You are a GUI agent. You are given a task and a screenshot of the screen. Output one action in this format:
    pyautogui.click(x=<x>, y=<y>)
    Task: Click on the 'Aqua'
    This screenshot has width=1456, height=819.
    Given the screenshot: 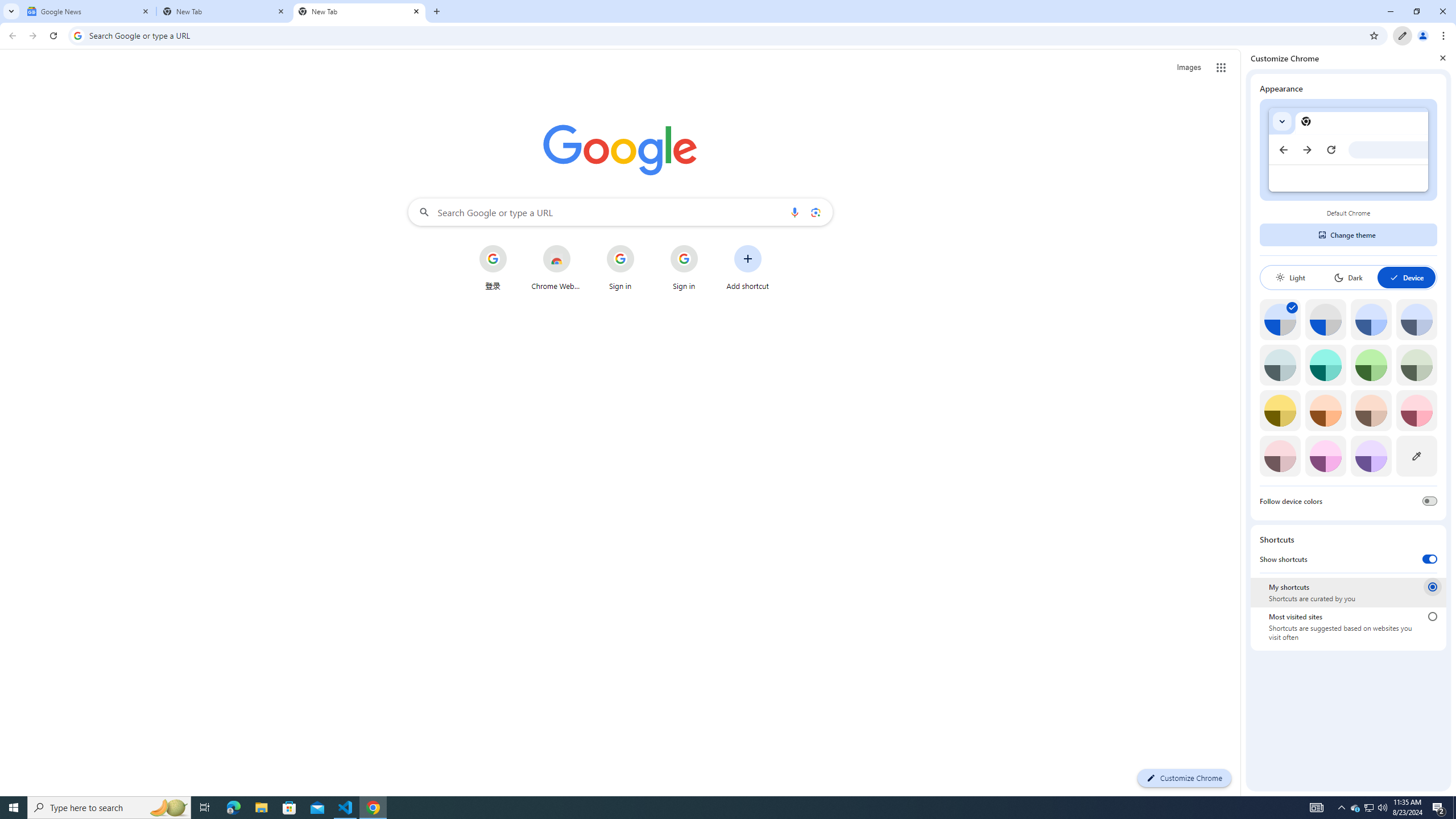 What is the action you would take?
    pyautogui.click(x=1325, y=365)
    